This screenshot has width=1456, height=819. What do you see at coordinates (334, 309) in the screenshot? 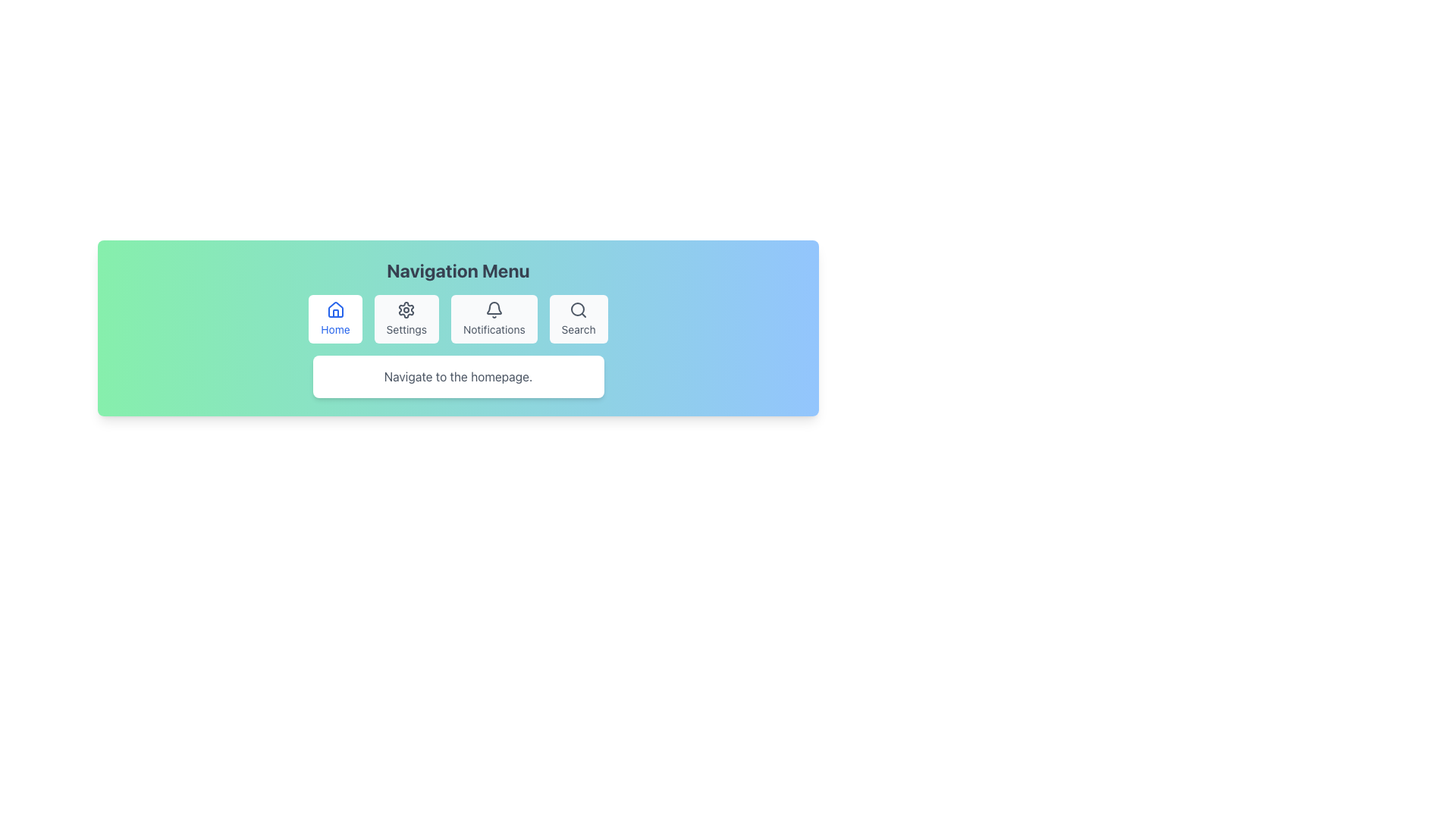
I see `the 'Home' icon located in the navigation menu` at bounding box center [334, 309].